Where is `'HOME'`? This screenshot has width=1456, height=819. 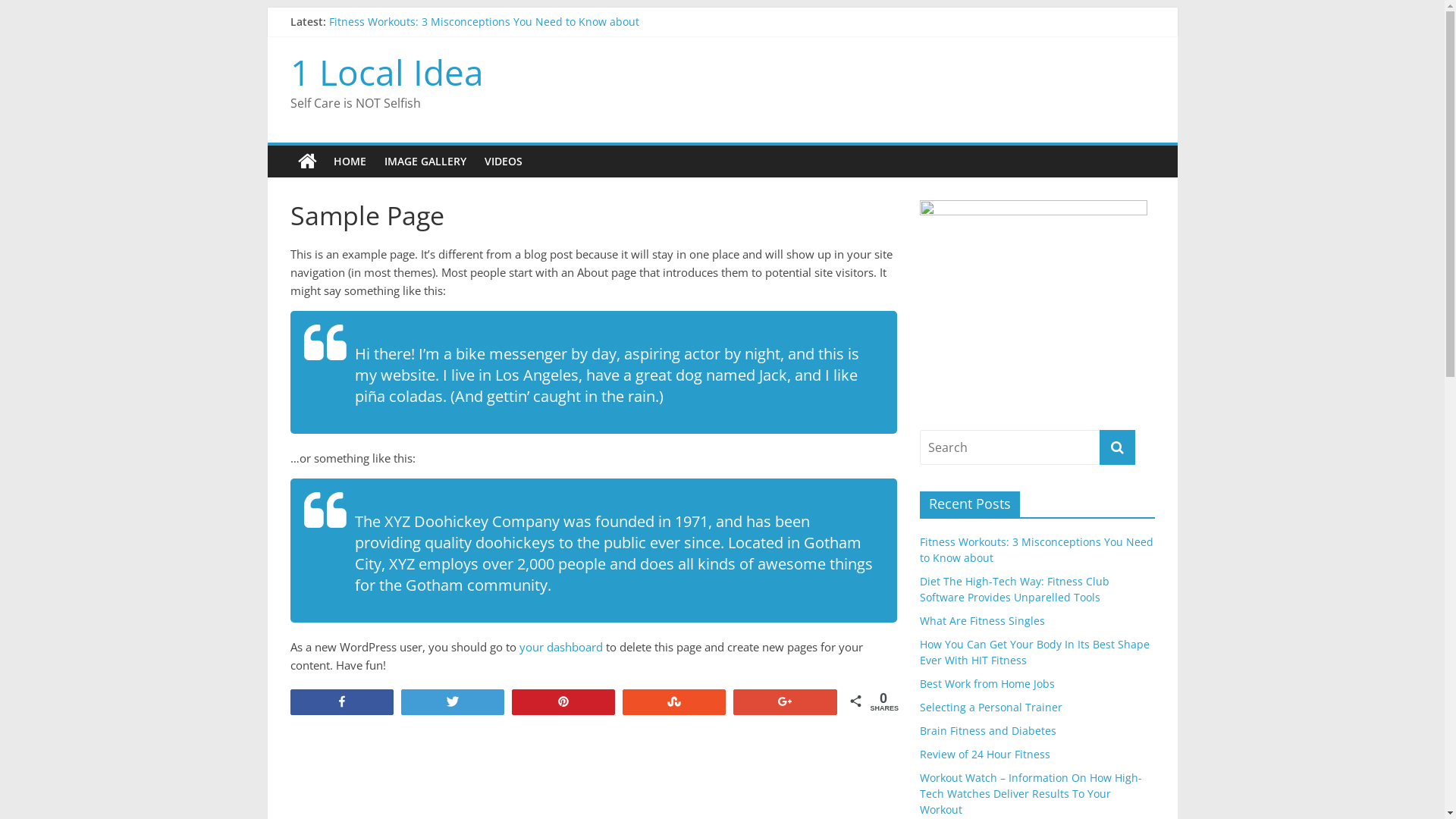 'HOME' is located at coordinates (323, 161).